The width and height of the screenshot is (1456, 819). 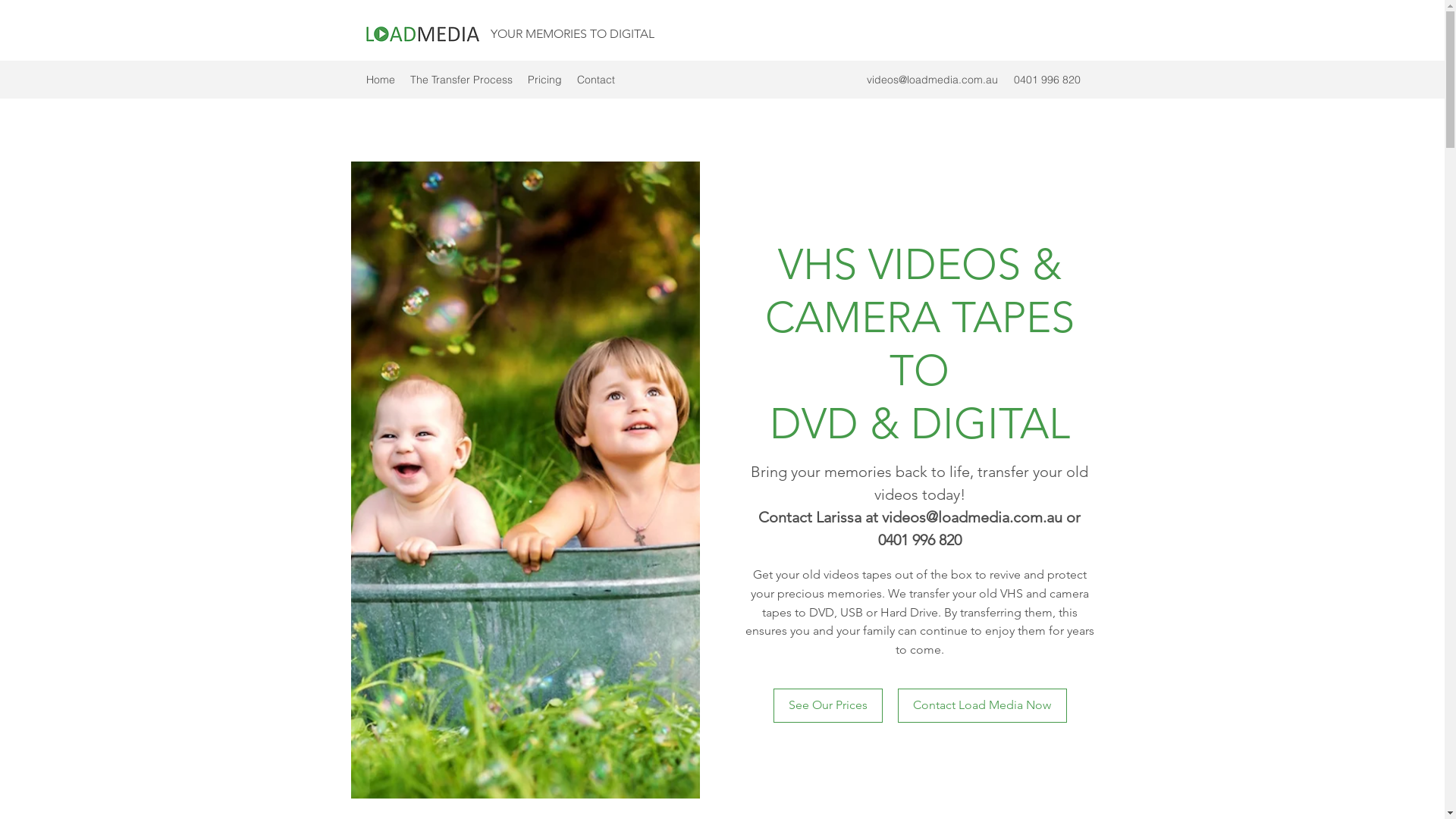 What do you see at coordinates (595, 79) in the screenshot?
I see `'Contact'` at bounding box center [595, 79].